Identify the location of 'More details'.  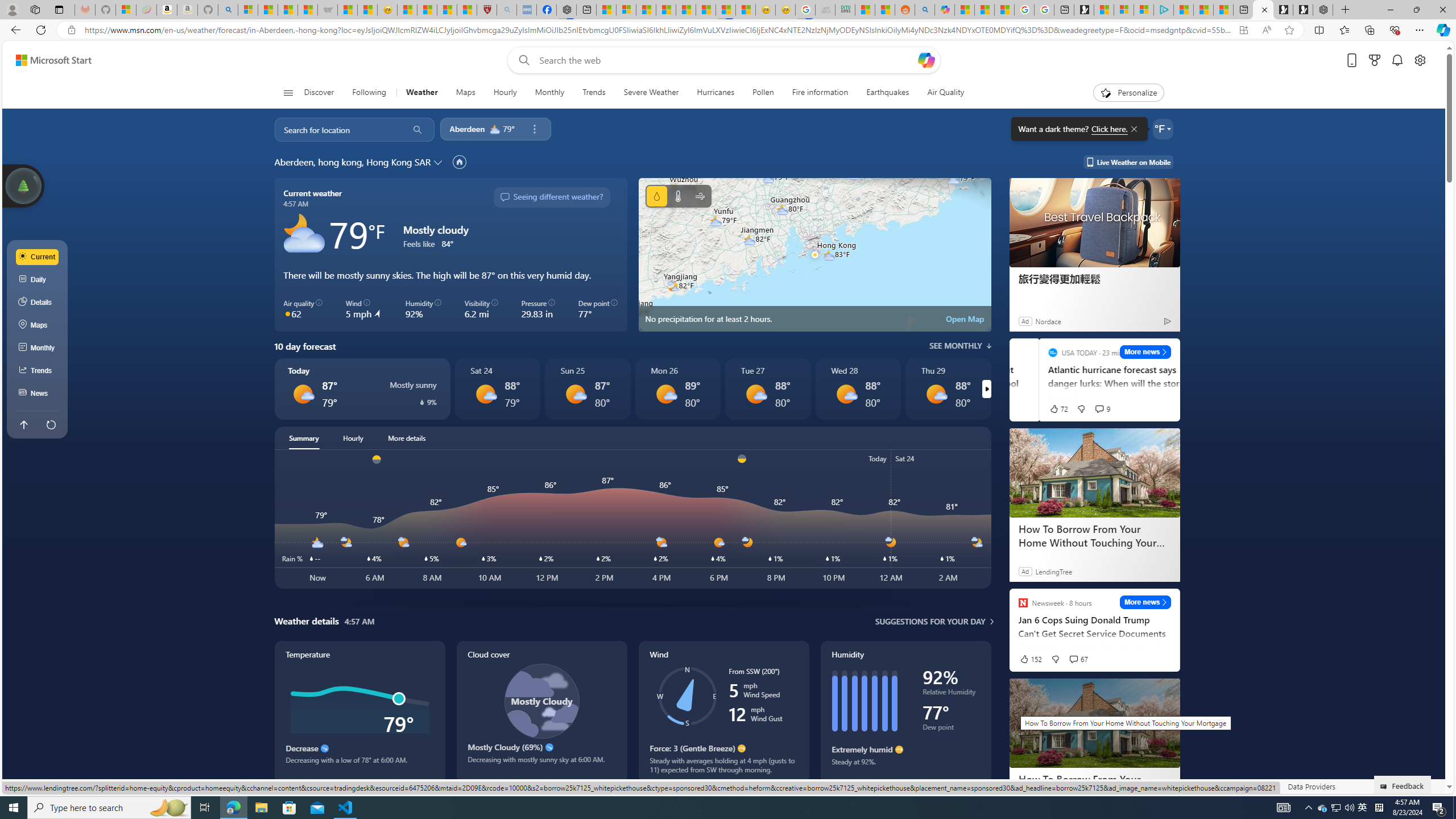
(406, 437).